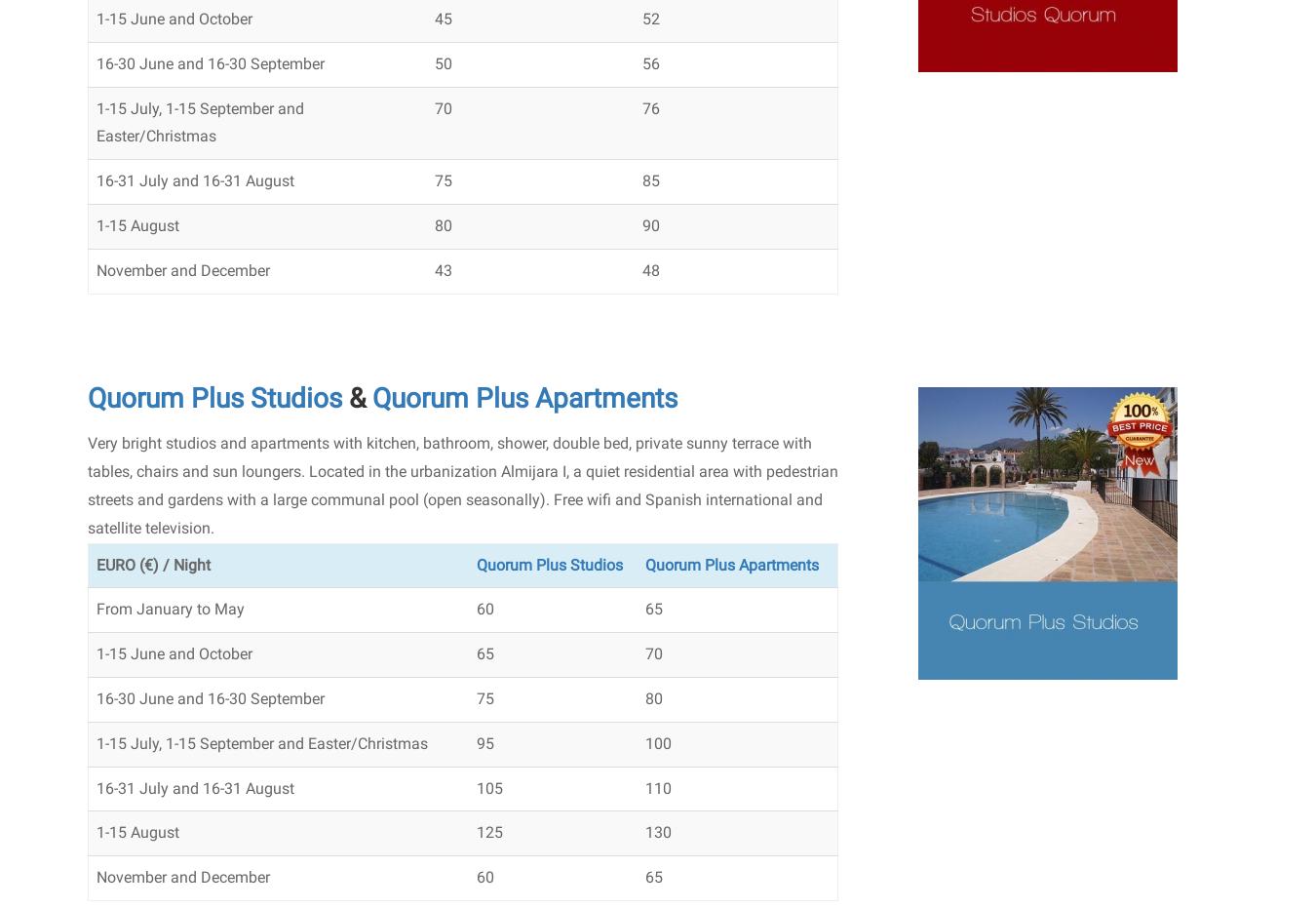  Describe the element at coordinates (658, 742) in the screenshot. I see `'100'` at that location.